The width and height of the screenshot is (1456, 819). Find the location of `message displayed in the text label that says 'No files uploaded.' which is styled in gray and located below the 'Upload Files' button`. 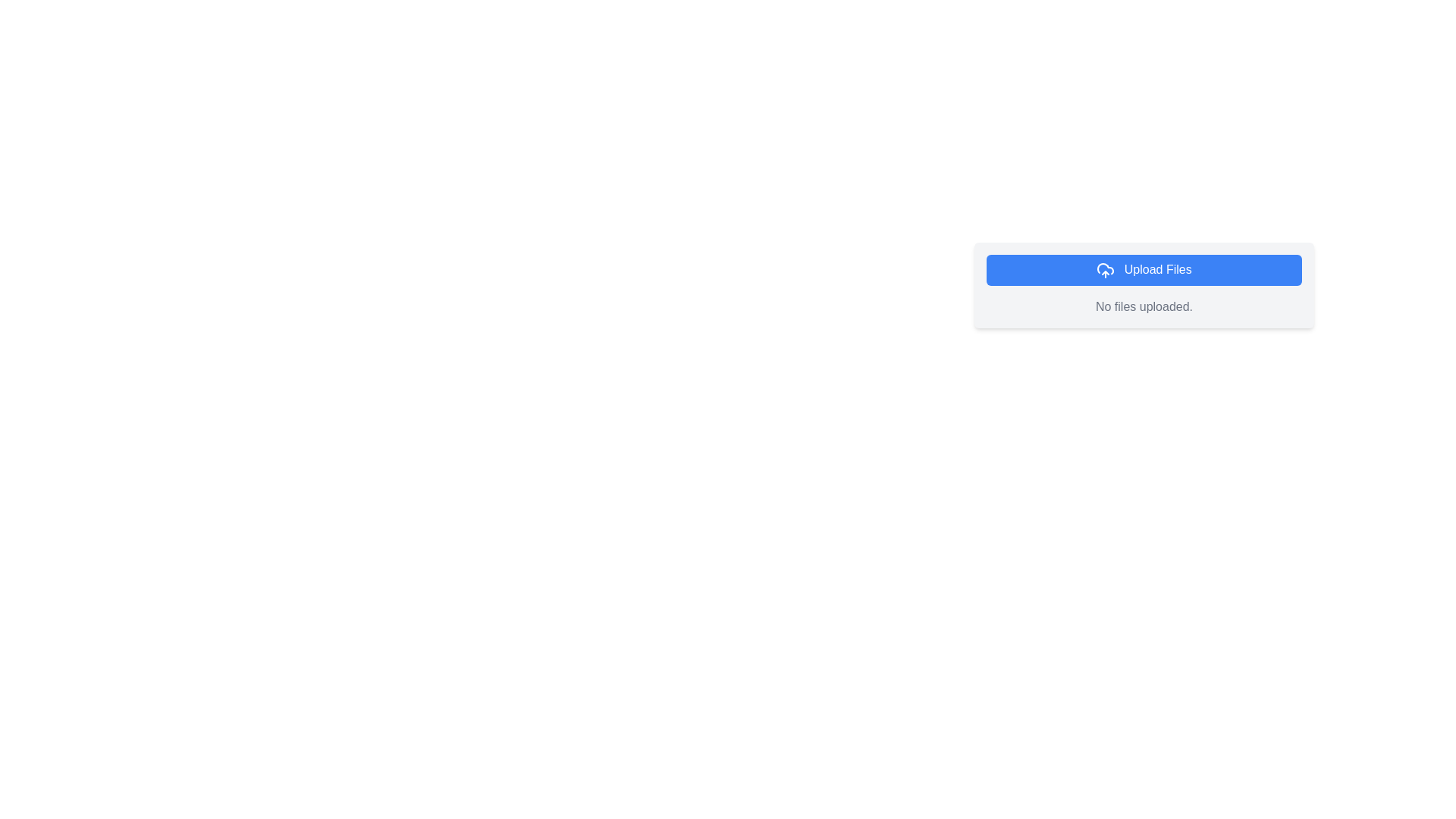

message displayed in the text label that says 'No files uploaded.' which is styled in gray and located below the 'Upload Files' button is located at coordinates (1144, 306).